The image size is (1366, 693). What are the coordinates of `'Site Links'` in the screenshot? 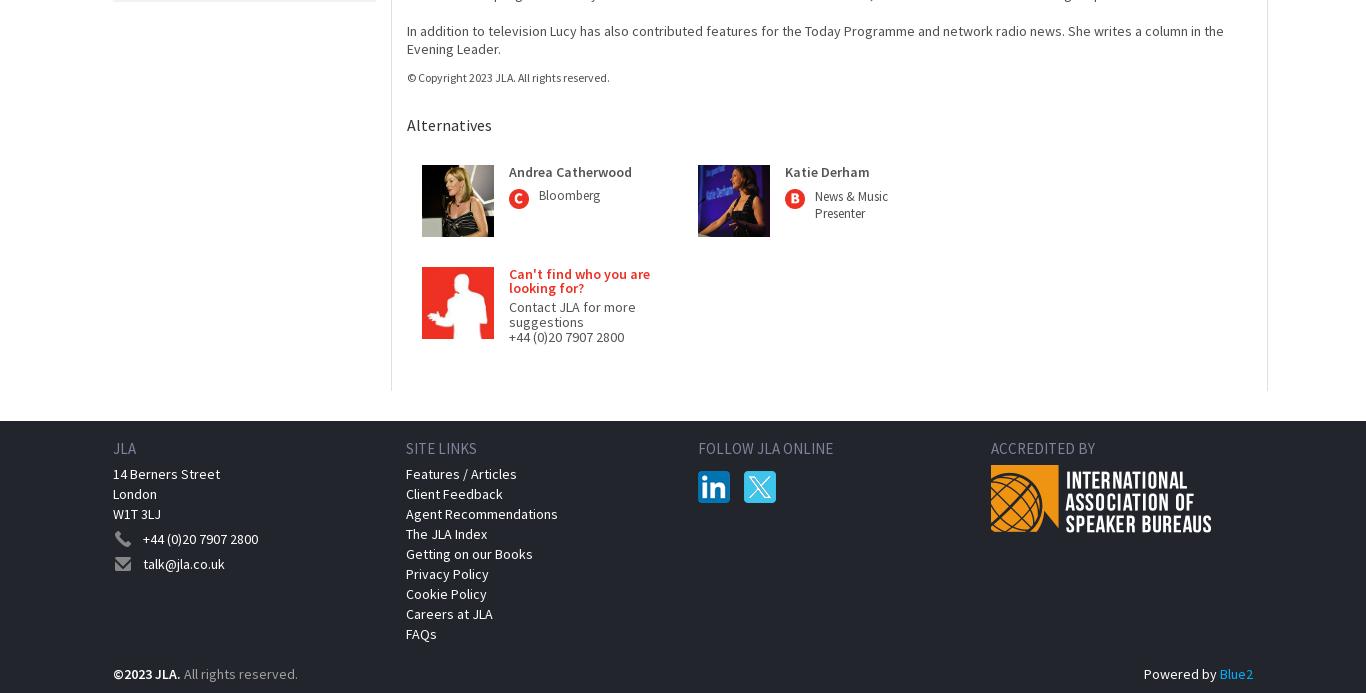 It's located at (439, 446).